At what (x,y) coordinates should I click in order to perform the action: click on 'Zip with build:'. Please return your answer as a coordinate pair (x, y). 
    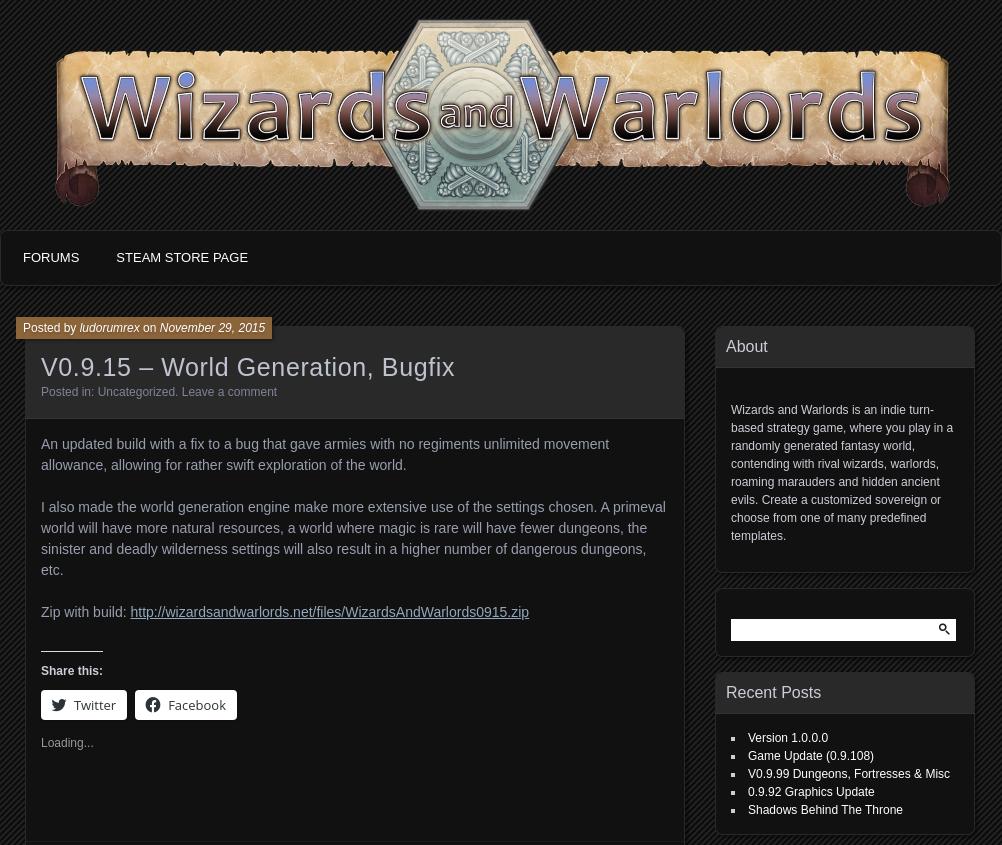
    Looking at the image, I should click on (84, 612).